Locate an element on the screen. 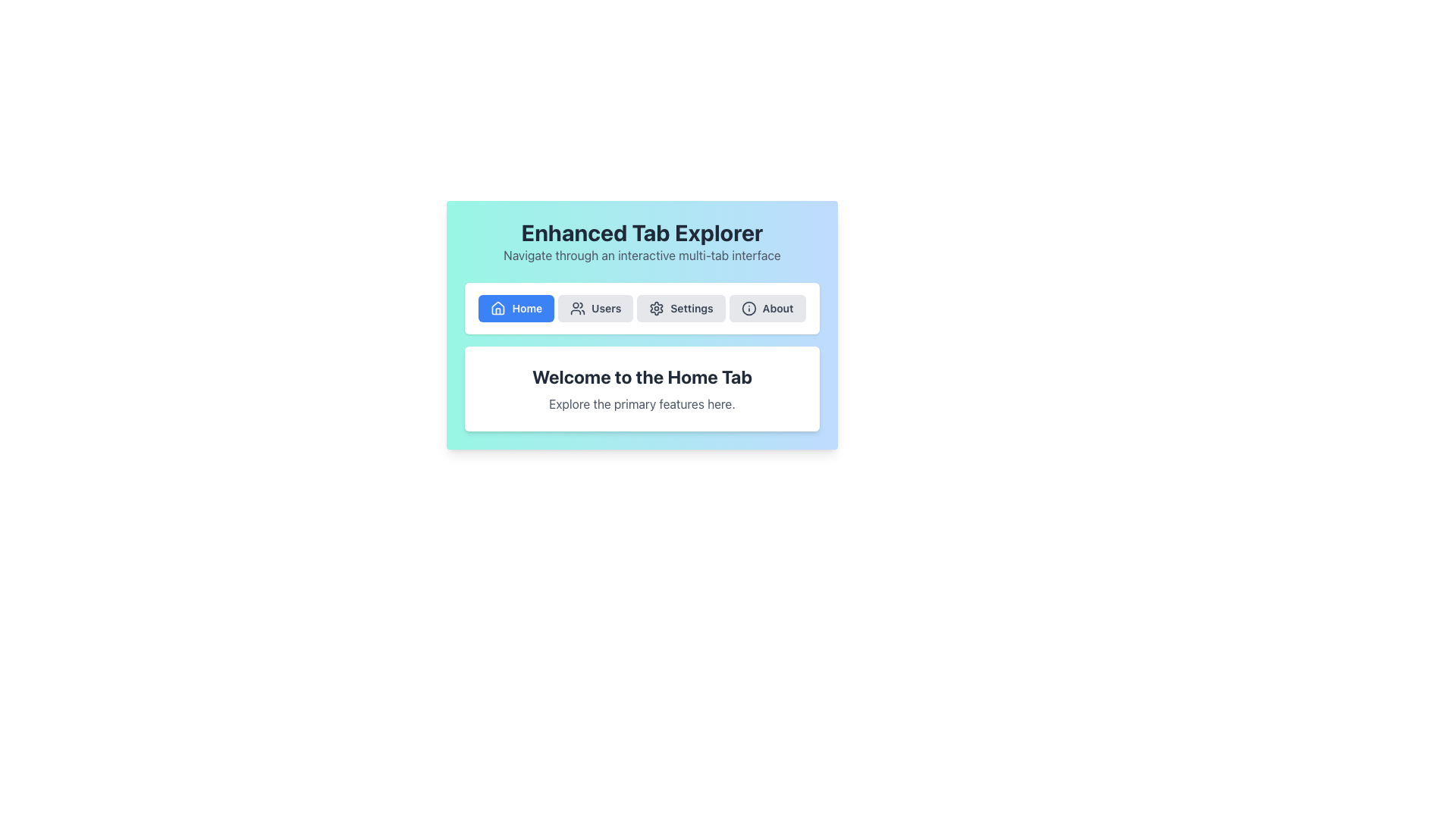  the house icon representing the Home feature, which is positioned to the left of the 'Home' button text is located at coordinates (498, 308).